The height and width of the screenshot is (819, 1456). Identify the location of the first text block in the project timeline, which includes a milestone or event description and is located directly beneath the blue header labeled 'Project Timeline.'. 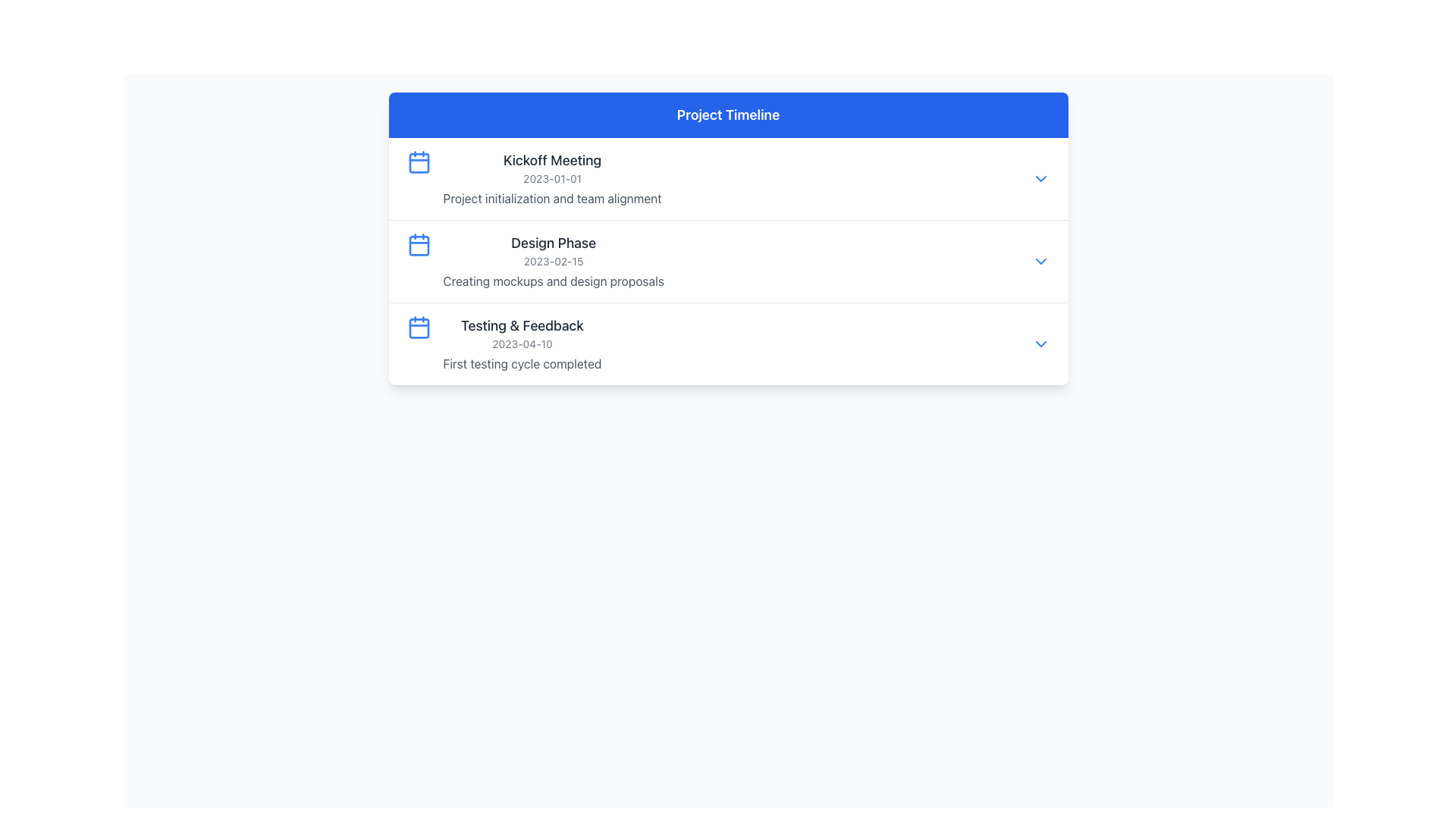
(551, 177).